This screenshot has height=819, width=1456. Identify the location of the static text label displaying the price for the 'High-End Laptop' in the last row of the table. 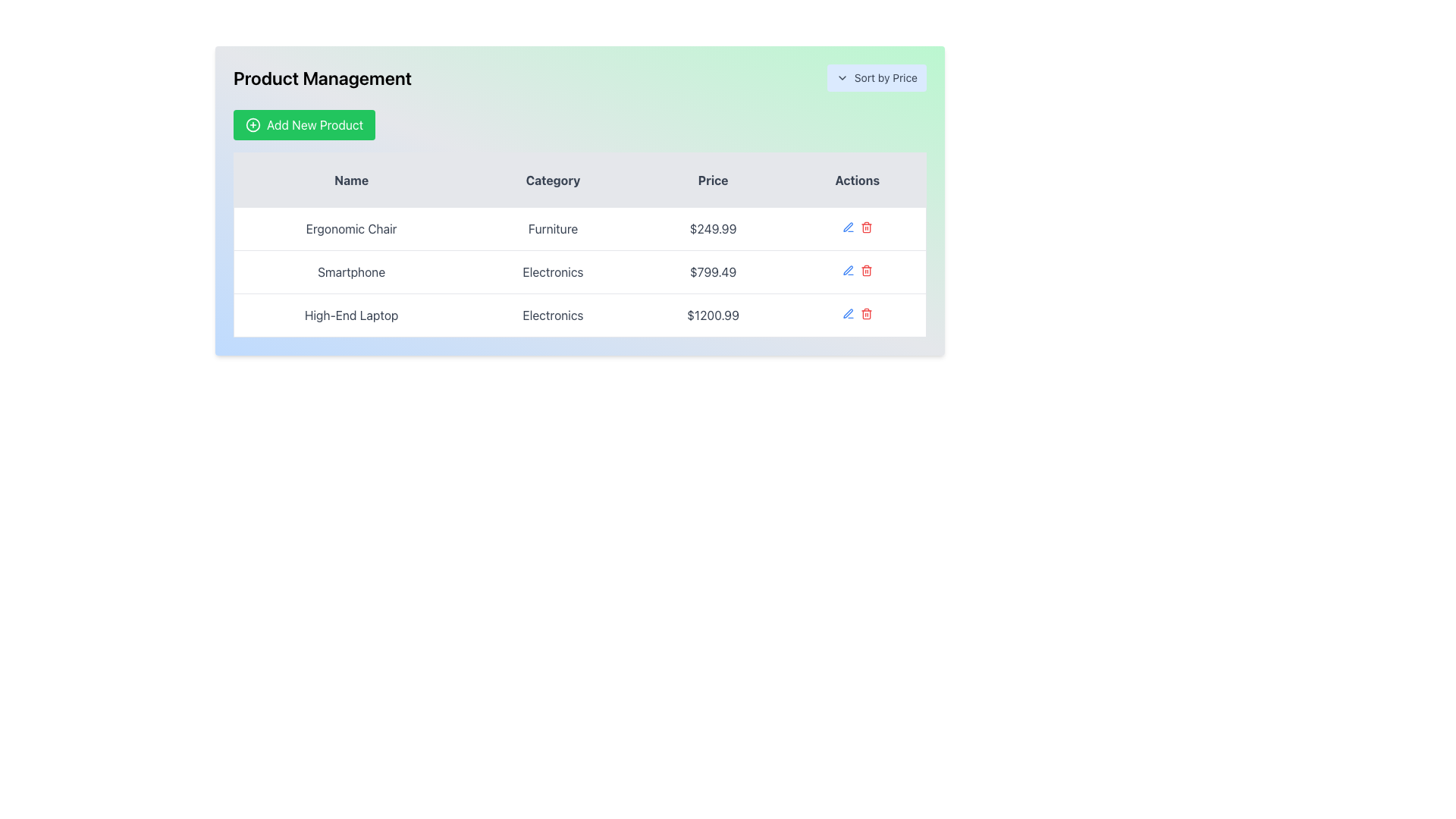
(712, 315).